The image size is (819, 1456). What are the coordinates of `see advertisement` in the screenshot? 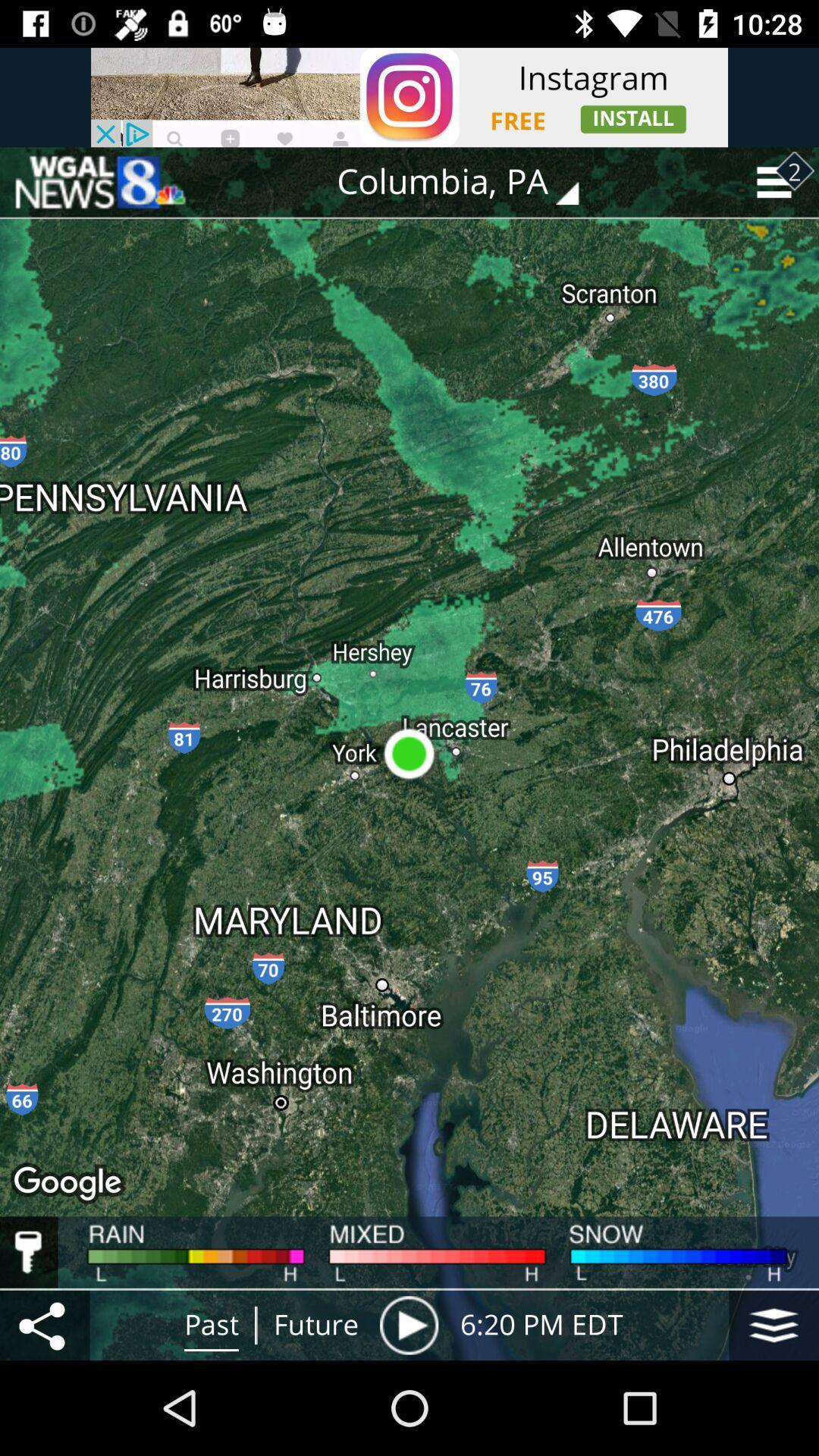 It's located at (409, 96).